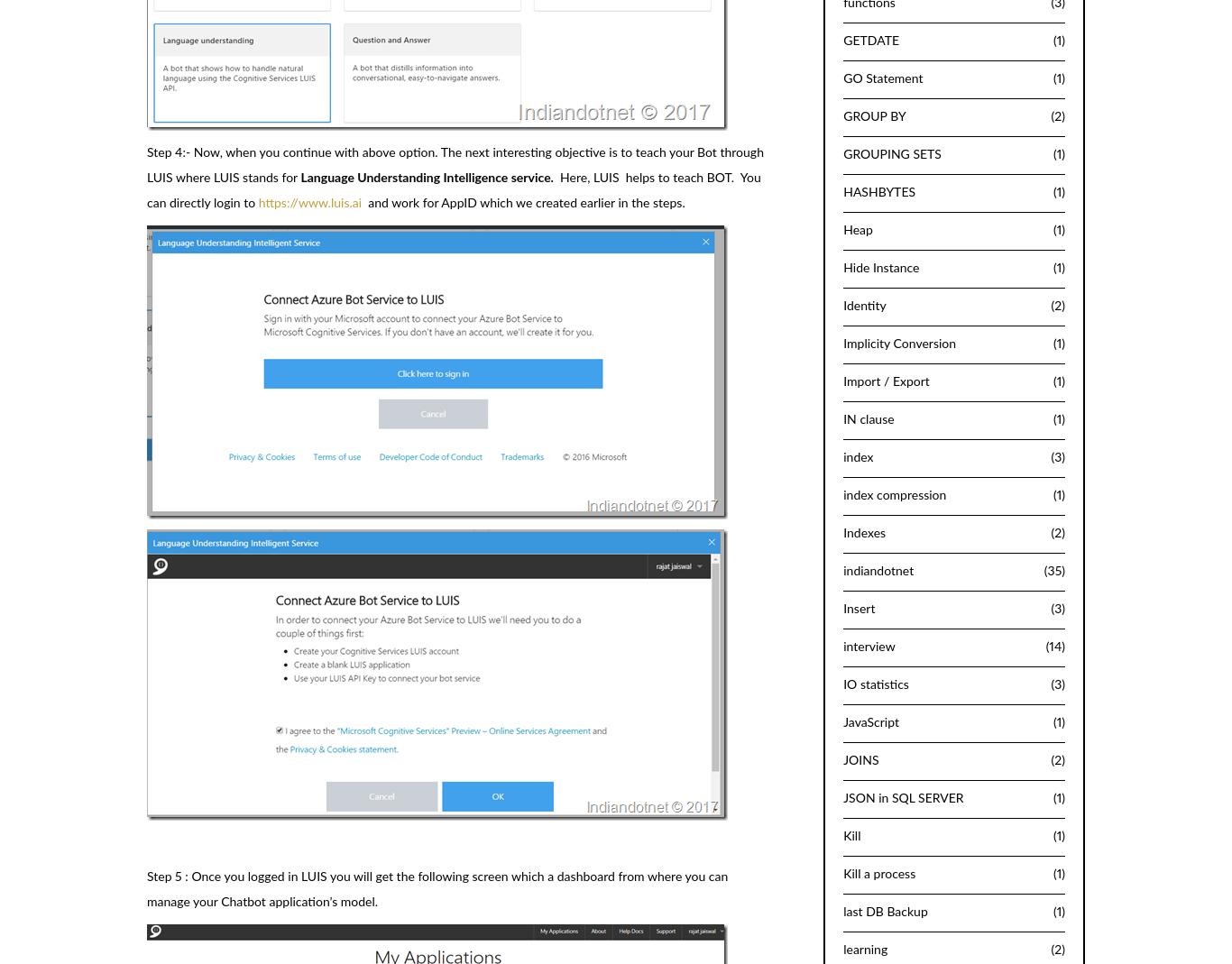 This screenshot has width=1232, height=964. I want to click on 'Hide Instance', so click(880, 266).